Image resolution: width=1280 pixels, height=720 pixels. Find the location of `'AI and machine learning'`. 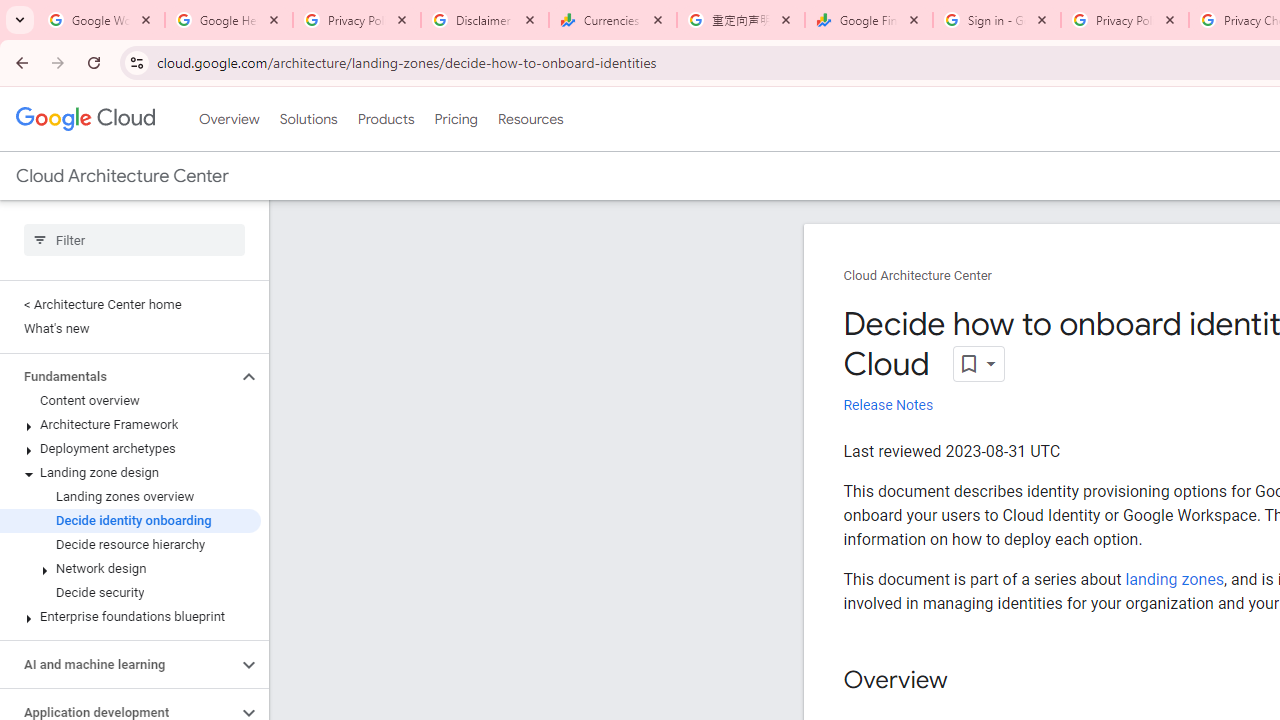

'AI and machine learning' is located at coordinates (117, 664).